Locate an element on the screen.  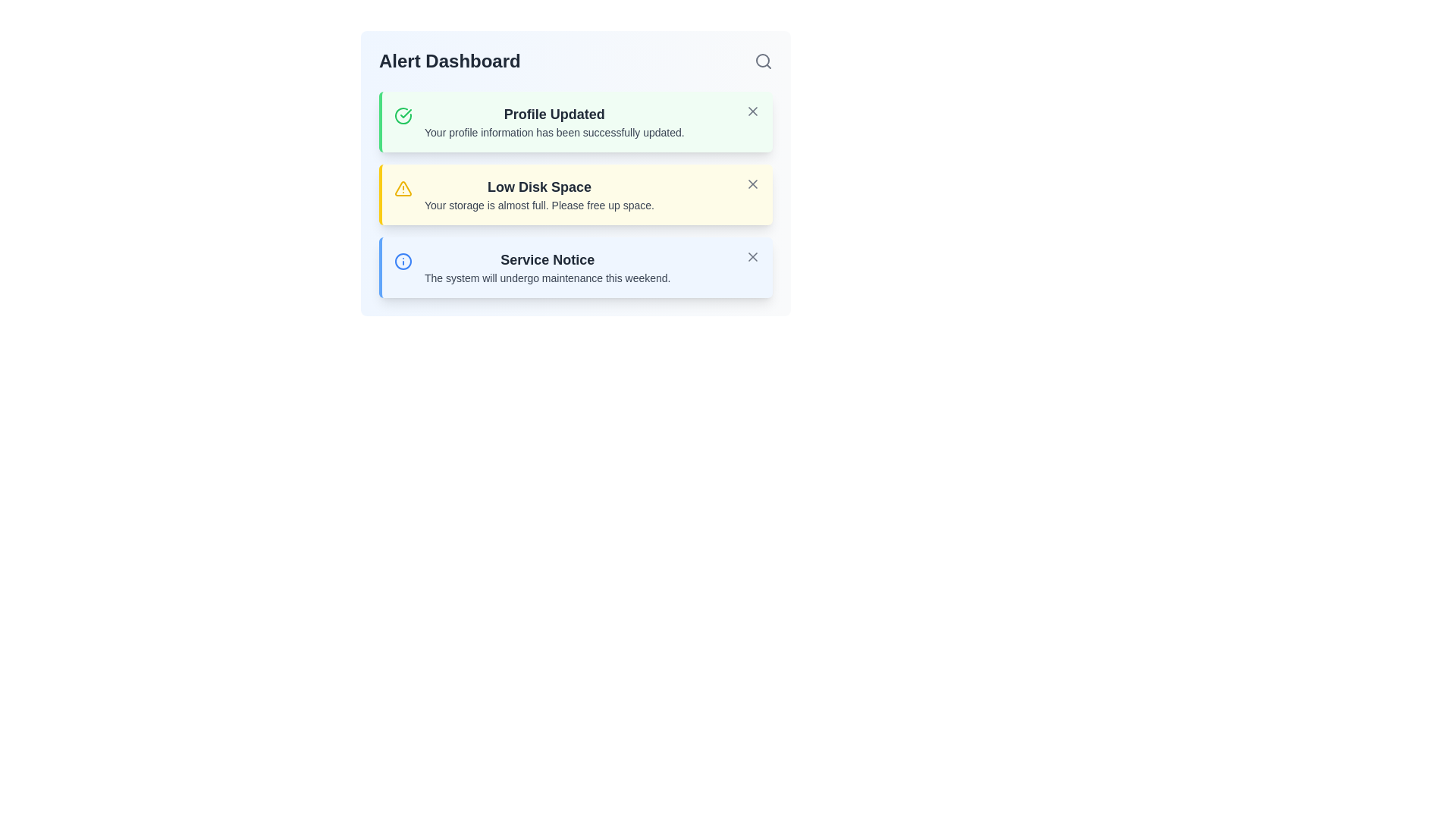
the content of the warning message text label displaying 'Your storage is almost full. Please free up space.' within the highlighted notification box titled 'Low Disk Space.' is located at coordinates (539, 205).